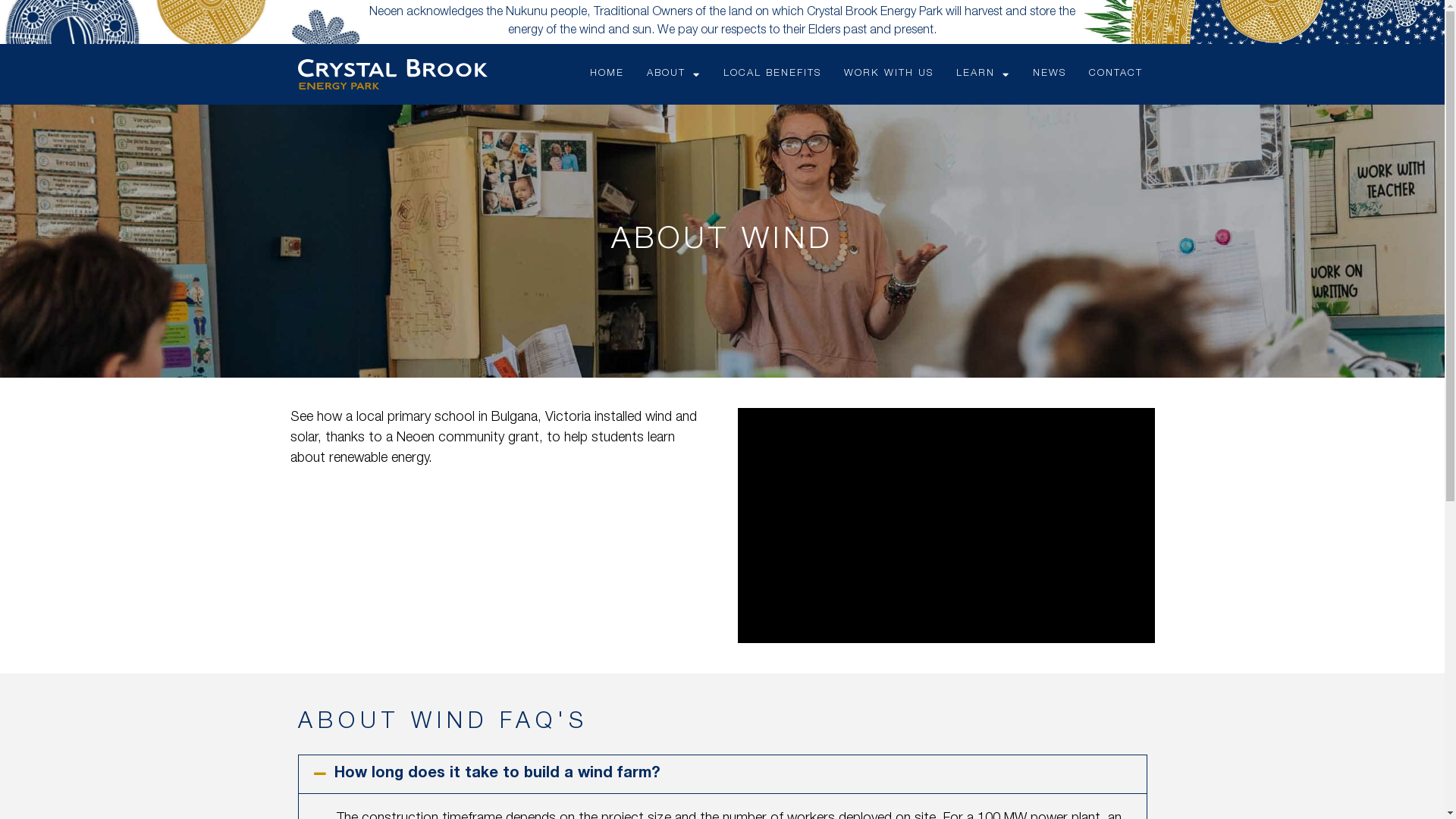  I want to click on 'How long does it take to build a wind farm?', so click(496, 774).